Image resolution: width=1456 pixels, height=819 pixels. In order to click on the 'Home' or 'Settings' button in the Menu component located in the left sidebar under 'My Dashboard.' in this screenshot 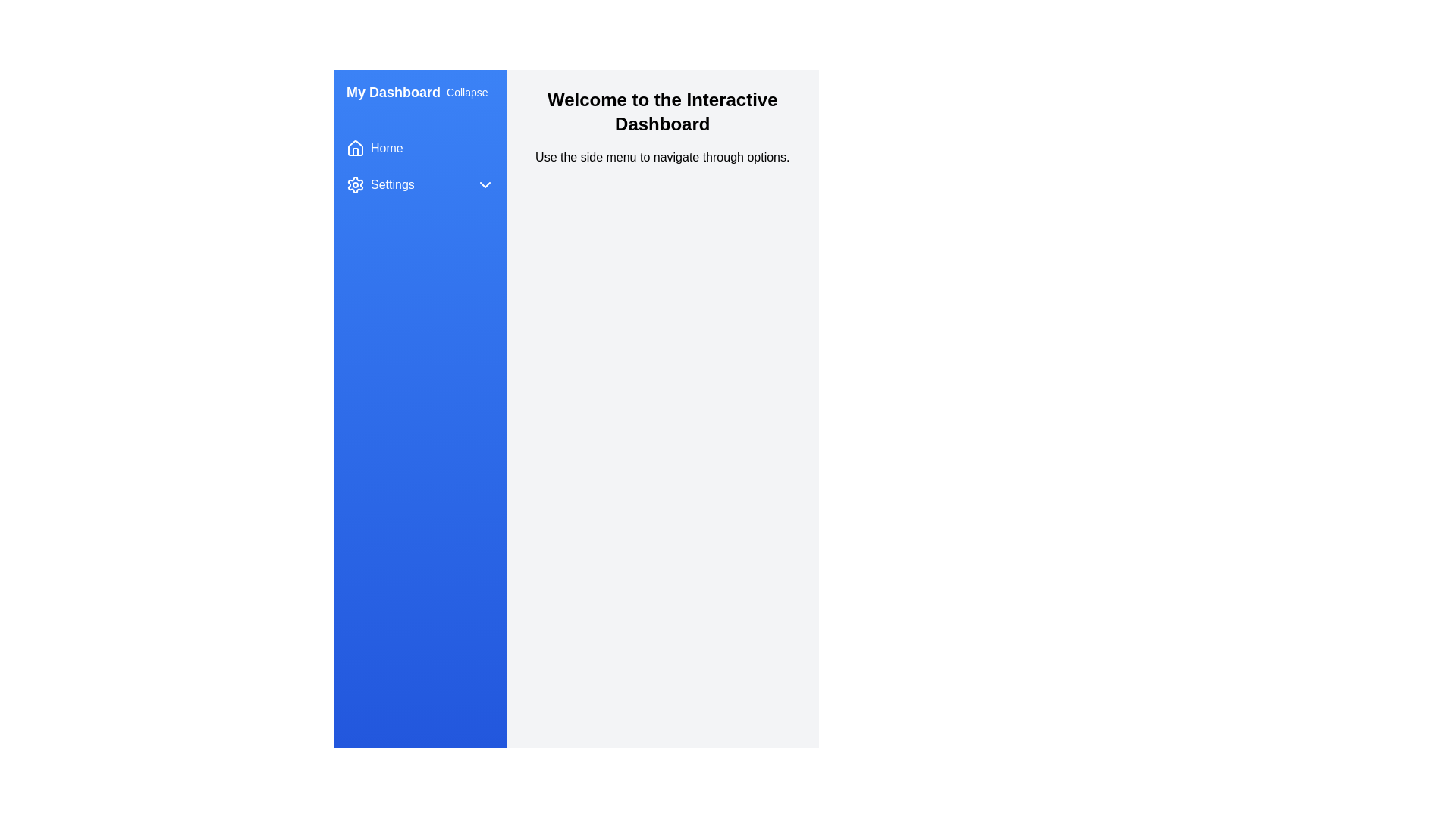, I will do `click(420, 166)`.